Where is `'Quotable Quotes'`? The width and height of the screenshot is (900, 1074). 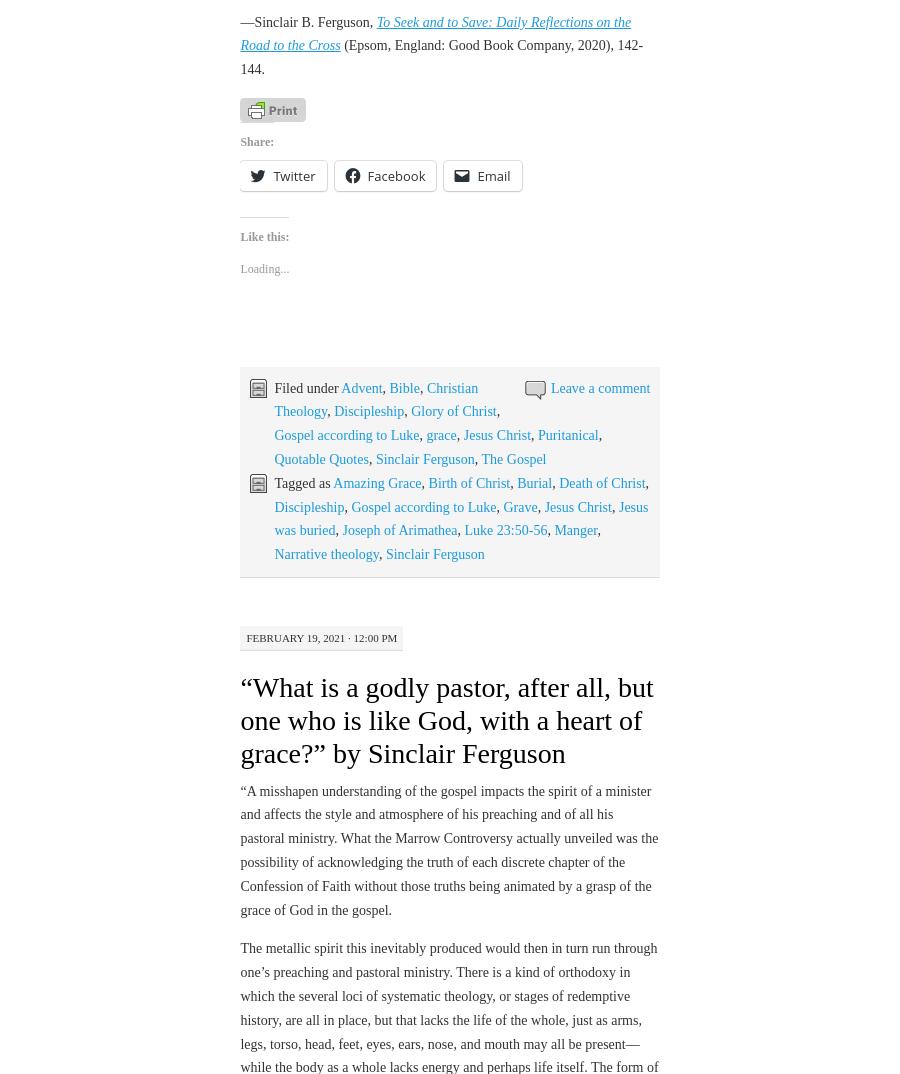 'Quotable Quotes' is located at coordinates (320, 404).